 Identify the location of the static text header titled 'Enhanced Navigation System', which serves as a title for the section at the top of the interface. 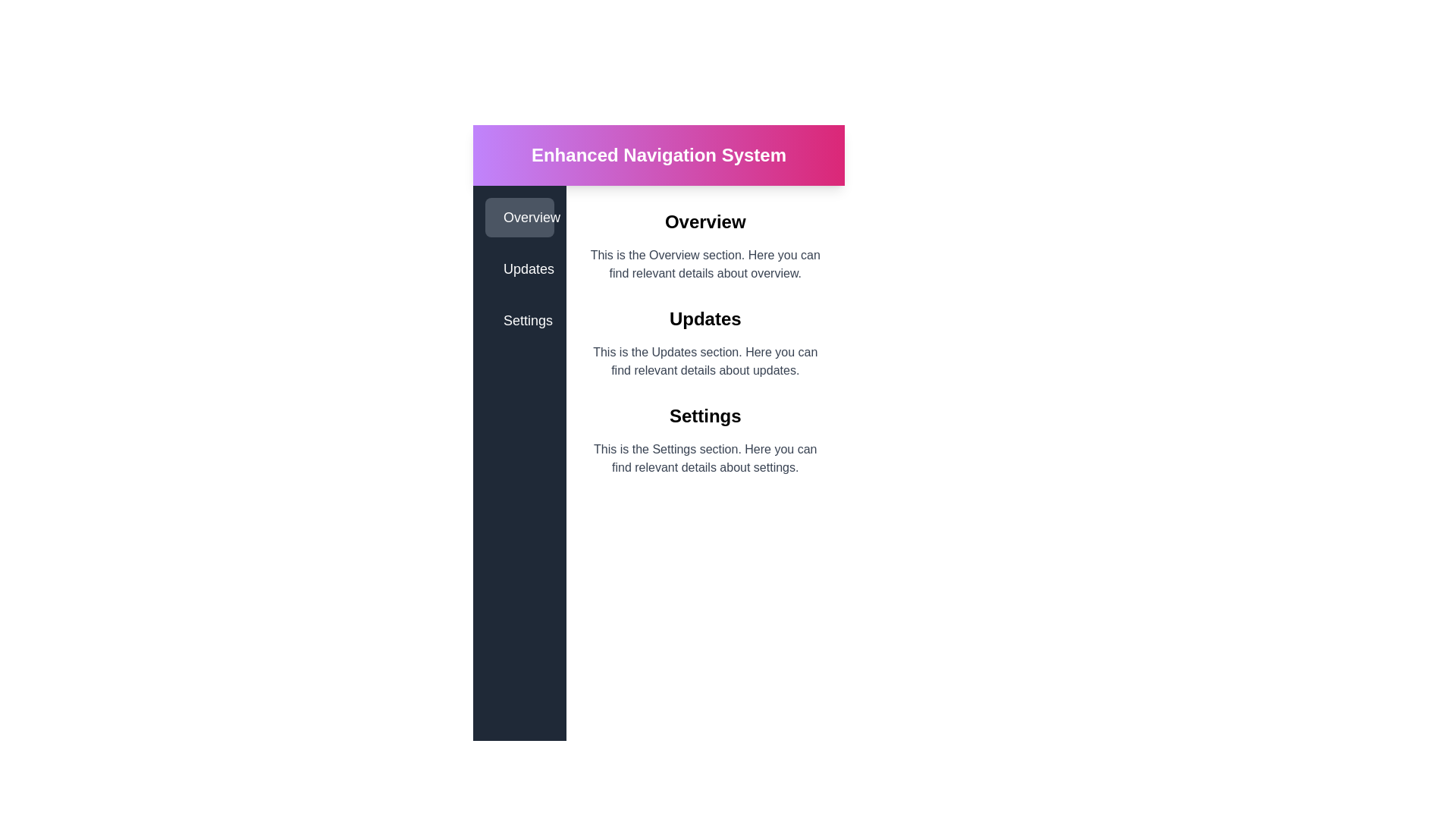
(658, 155).